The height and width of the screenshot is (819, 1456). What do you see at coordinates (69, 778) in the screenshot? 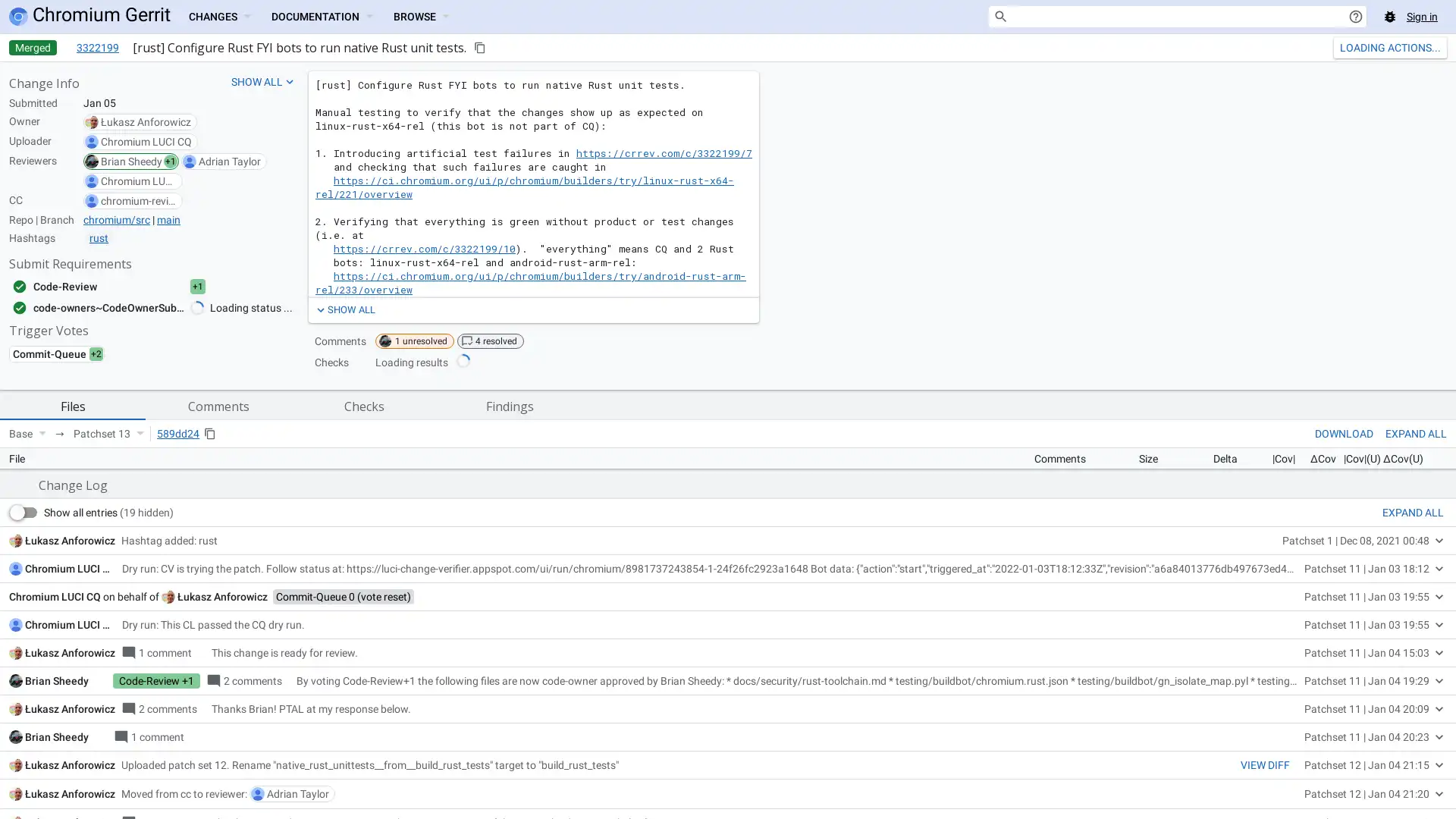
I see `Chromium LUCI CQ` at bounding box center [69, 778].